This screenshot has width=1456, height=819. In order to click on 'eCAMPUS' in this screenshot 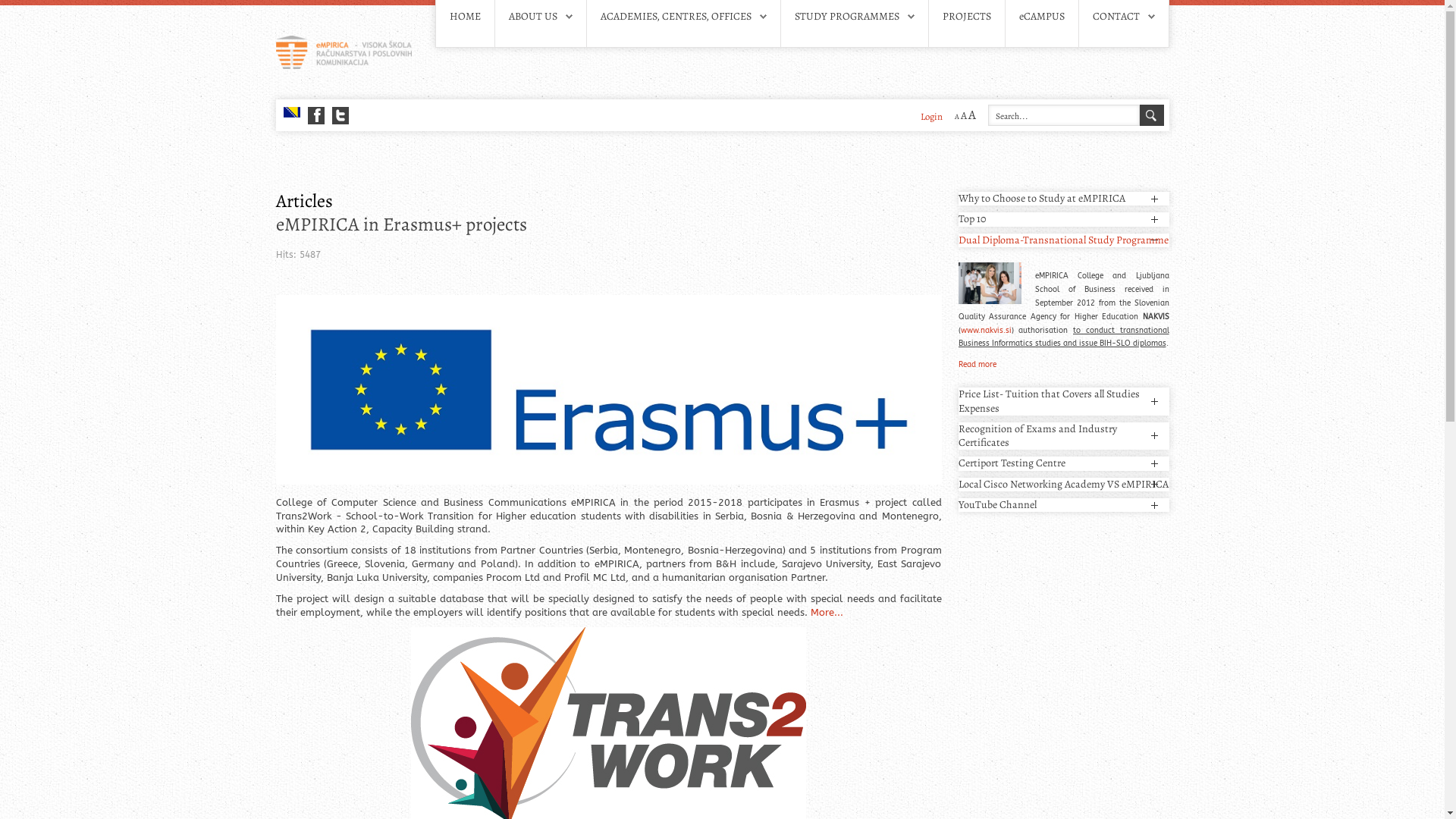, I will do `click(1040, 16)`.